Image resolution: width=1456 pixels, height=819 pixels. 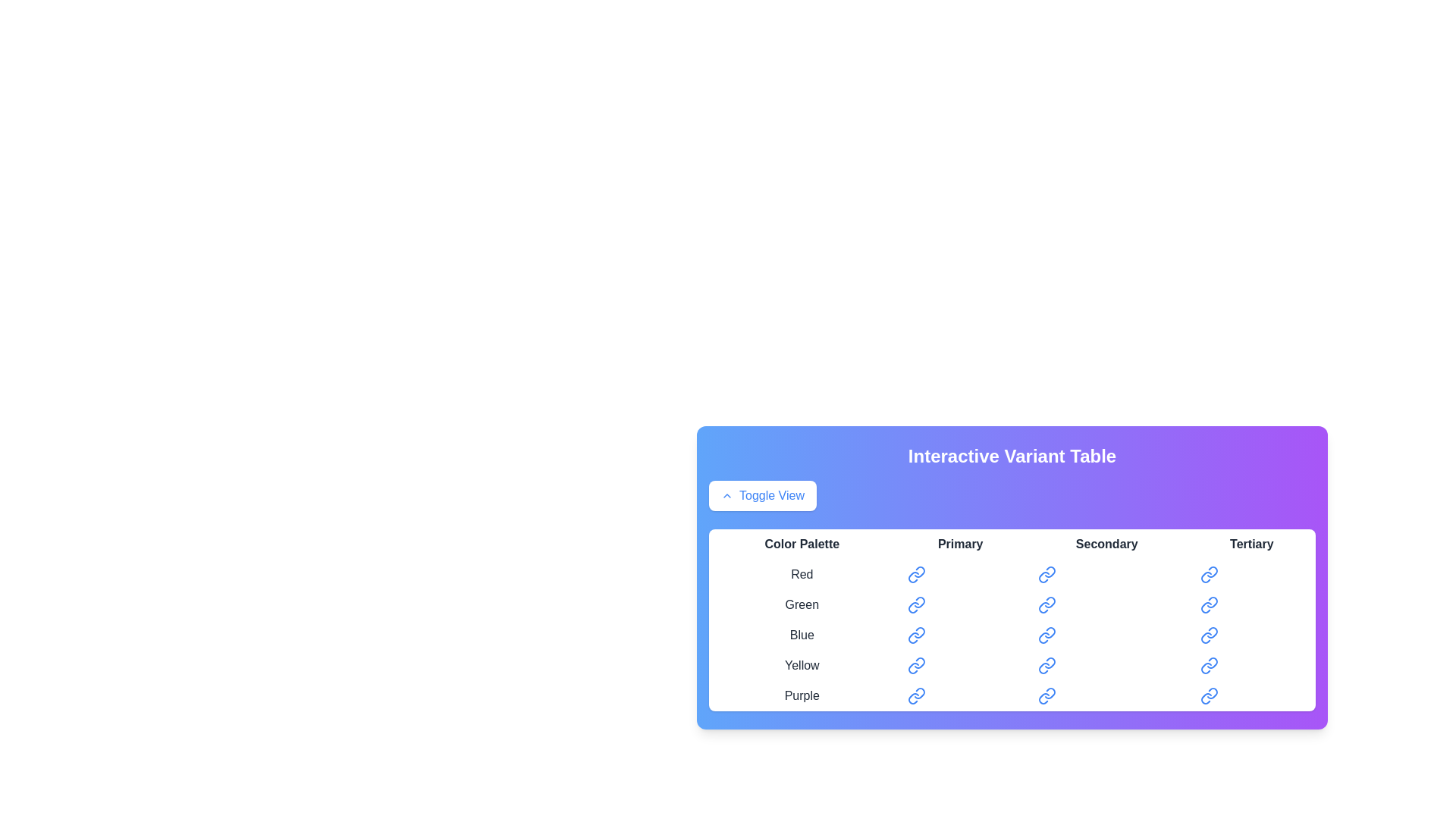 I want to click on the Hyperlink Icon located in the last column of the row associated with the color 'Red' in the 'Interactive Variant Table' to follow the link, so click(x=1208, y=575).